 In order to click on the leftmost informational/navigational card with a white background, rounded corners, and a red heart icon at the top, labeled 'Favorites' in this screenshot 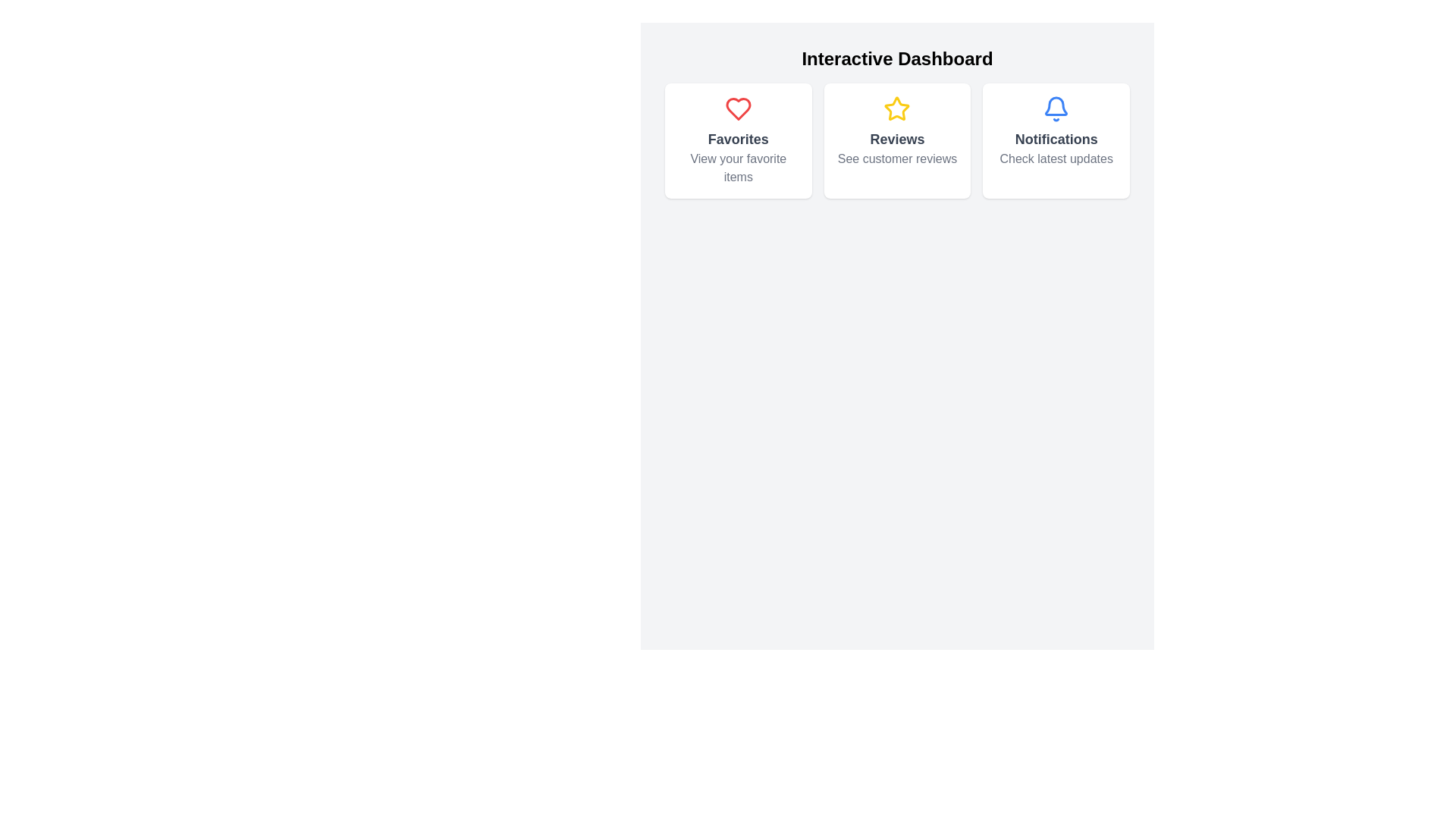, I will do `click(738, 140)`.